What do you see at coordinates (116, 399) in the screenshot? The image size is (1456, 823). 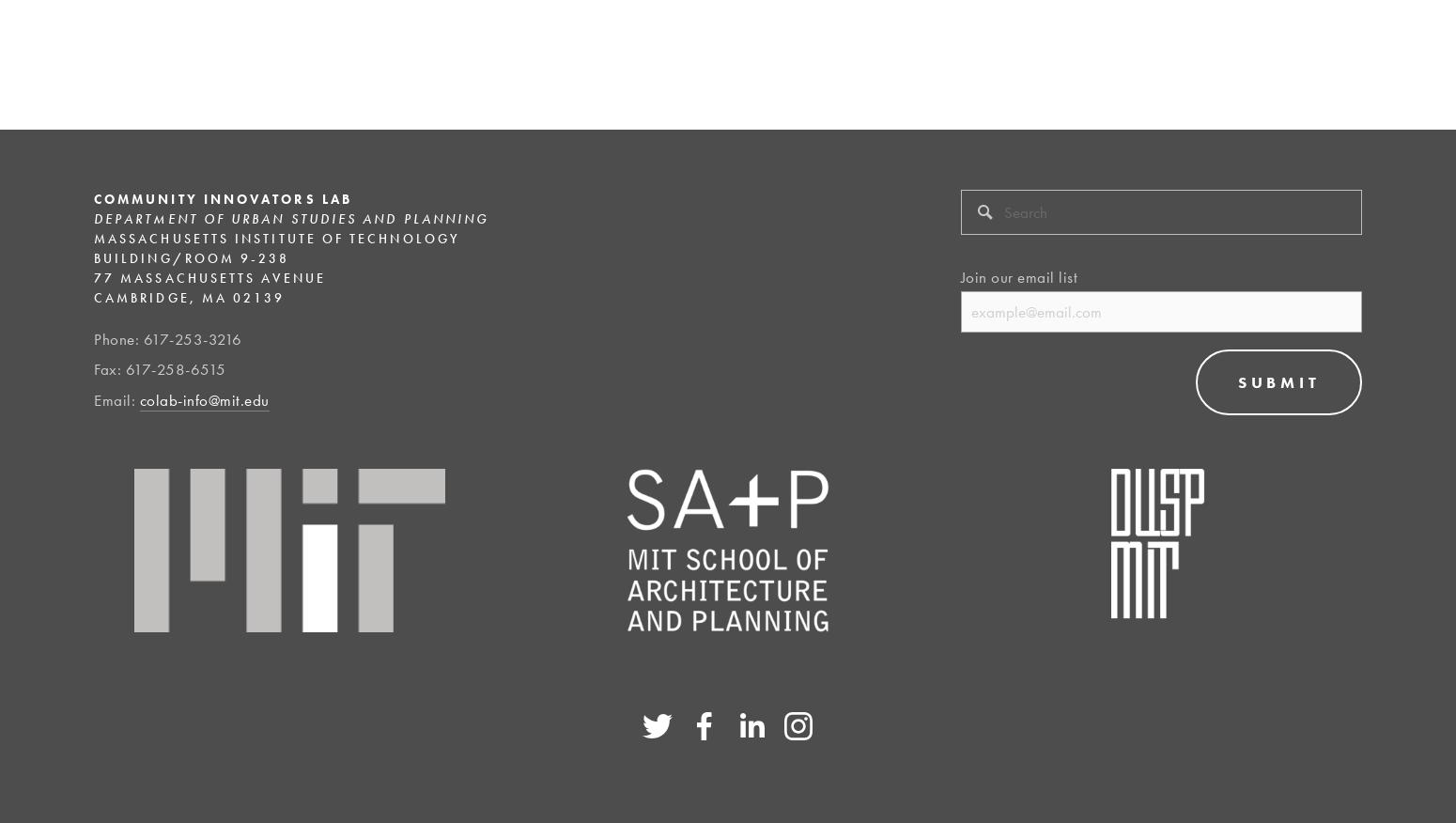 I see `'Email:'` at bounding box center [116, 399].